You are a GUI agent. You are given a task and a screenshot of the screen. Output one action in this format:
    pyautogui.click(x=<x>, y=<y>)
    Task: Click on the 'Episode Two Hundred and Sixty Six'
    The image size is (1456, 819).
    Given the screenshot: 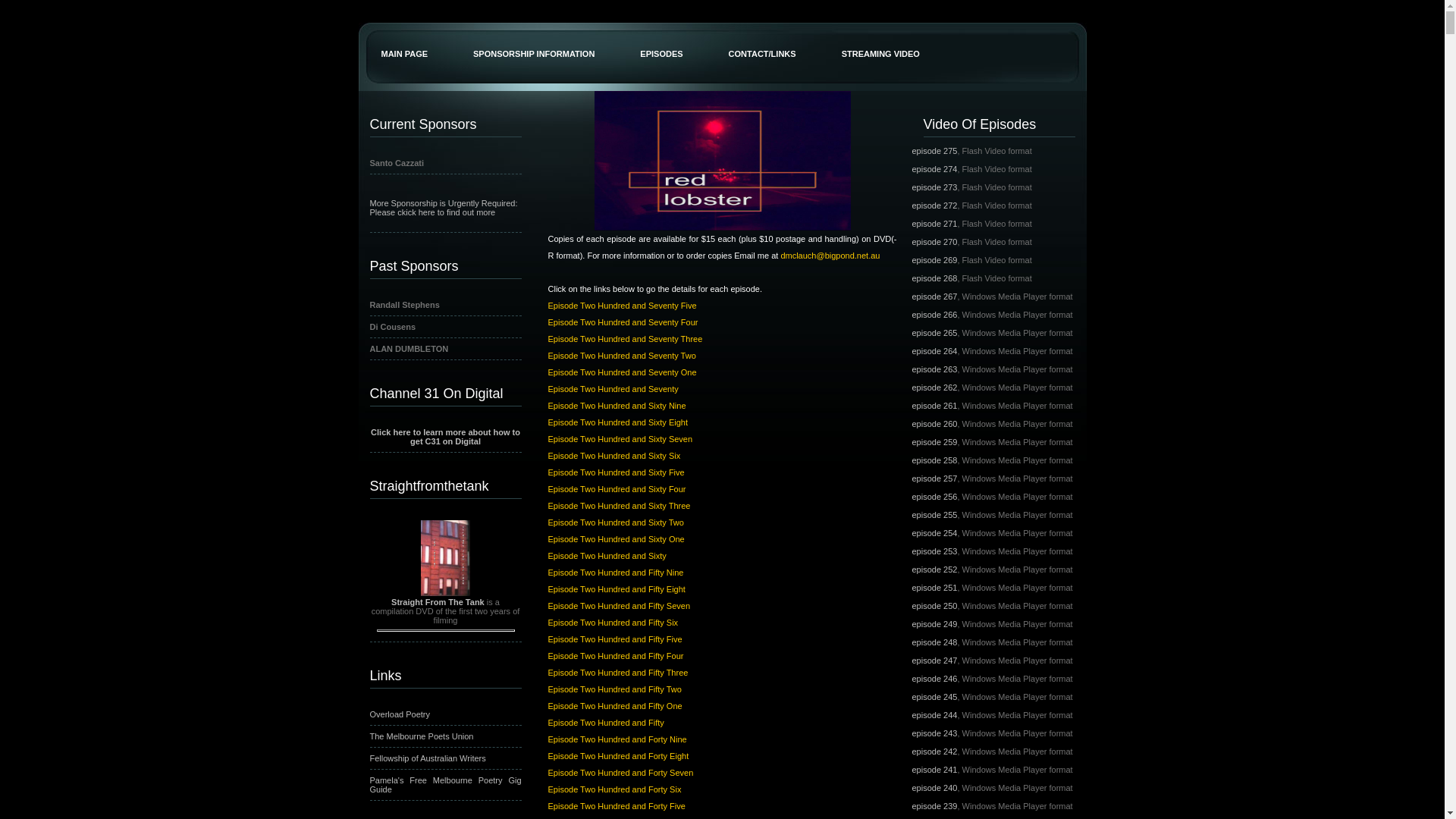 What is the action you would take?
    pyautogui.click(x=613, y=455)
    